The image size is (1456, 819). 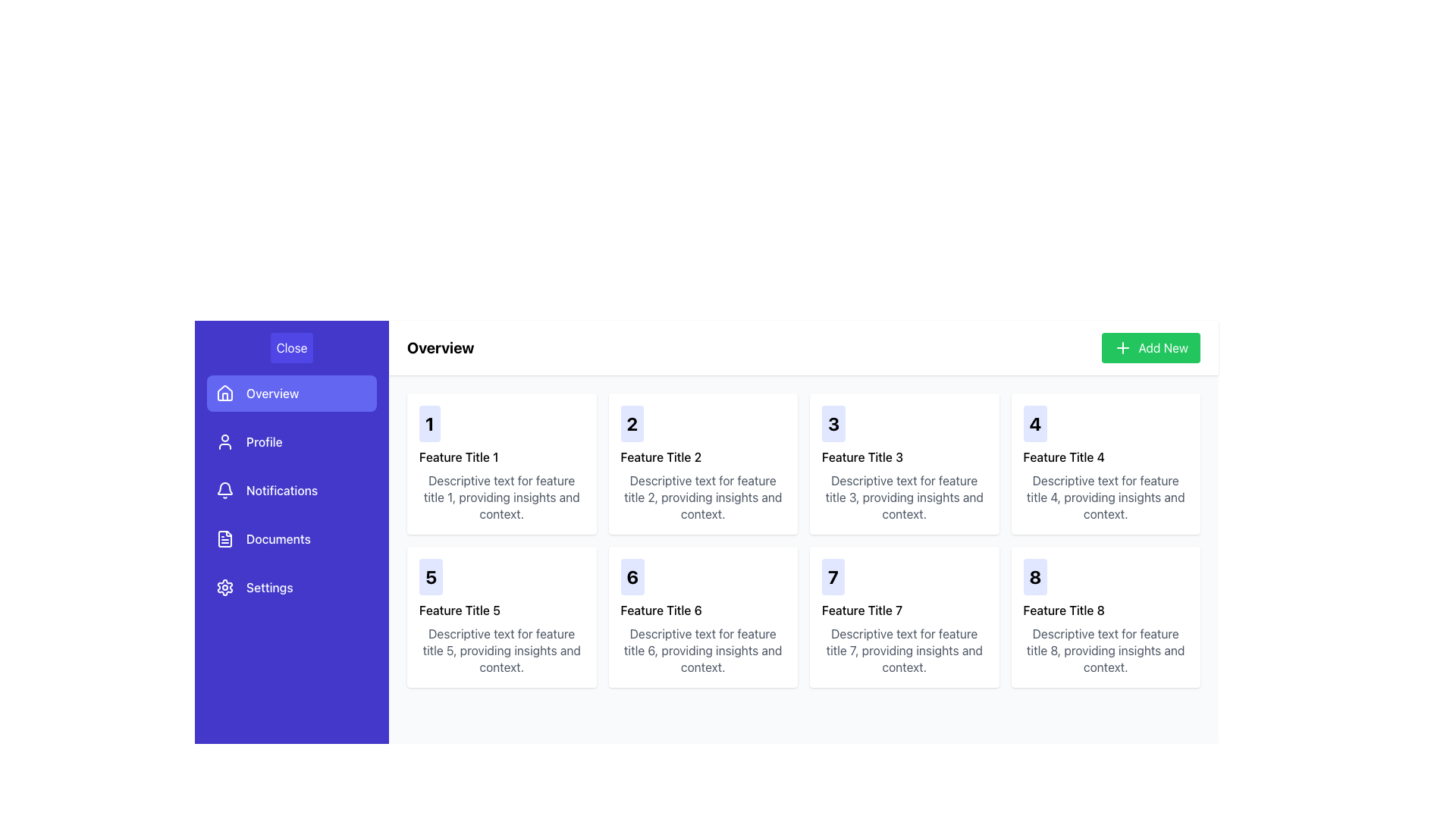 What do you see at coordinates (1106, 497) in the screenshot?
I see `descriptive text styled in gray color that is aligned beneath the title 'Feature Title 4', located in the fourth card of the grid layout` at bounding box center [1106, 497].